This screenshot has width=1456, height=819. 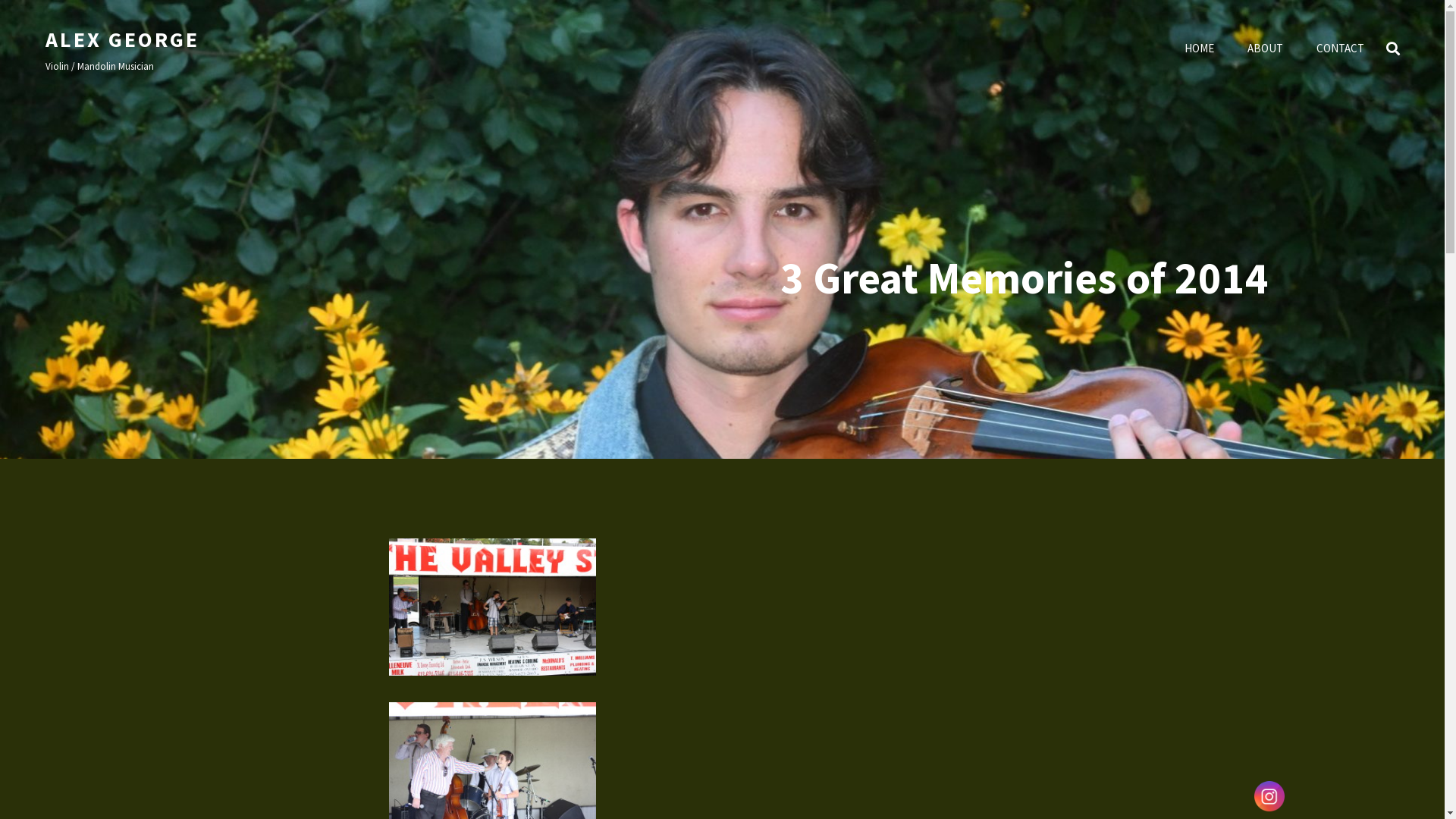 What do you see at coordinates (1265, 48) in the screenshot?
I see `'ABOUT'` at bounding box center [1265, 48].